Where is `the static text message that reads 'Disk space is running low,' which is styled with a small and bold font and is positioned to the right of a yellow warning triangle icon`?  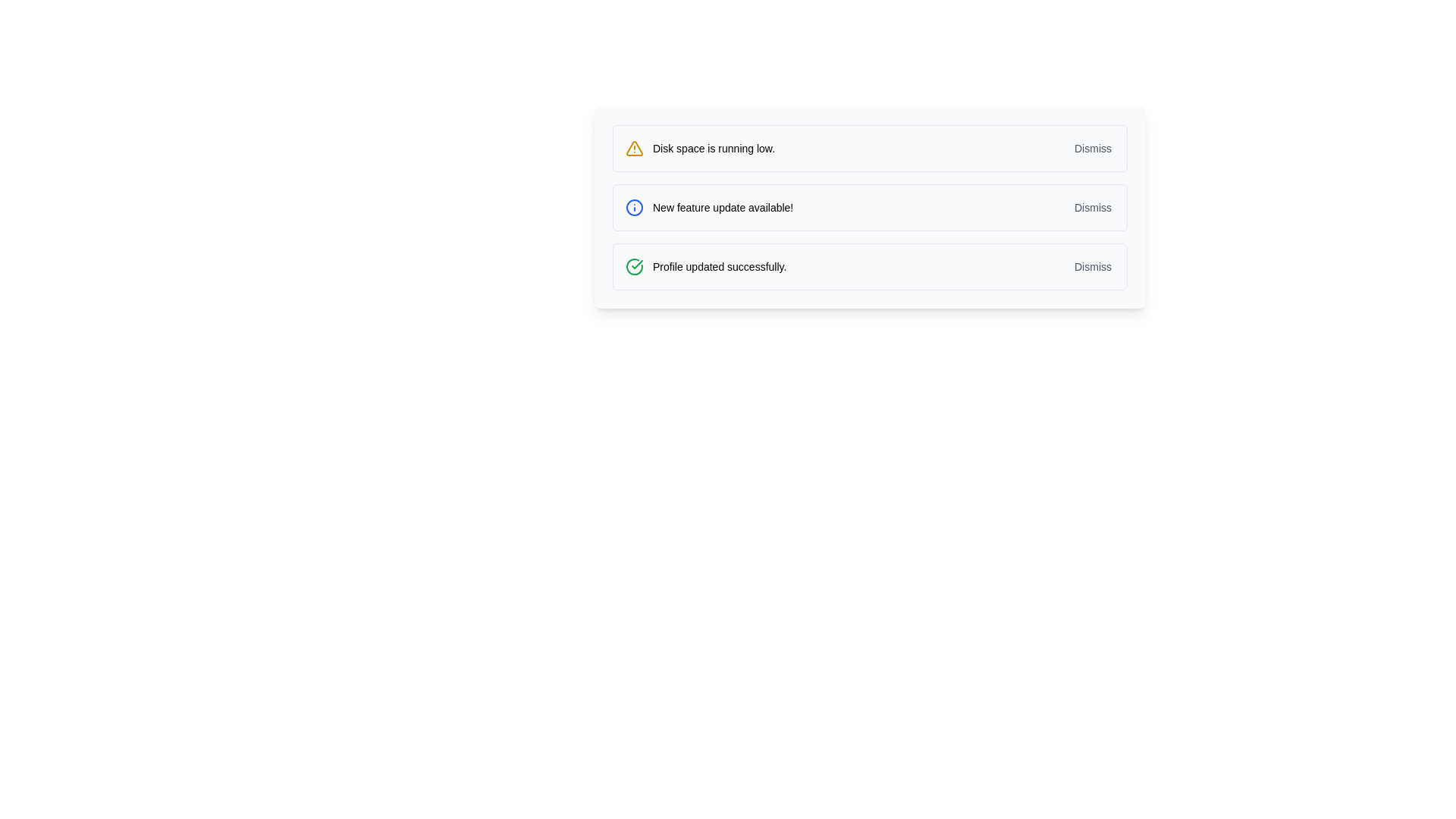
the static text message that reads 'Disk space is running low,' which is styled with a small and bold font and is positioned to the right of a yellow warning triangle icon is located at coordinates (713, 149).